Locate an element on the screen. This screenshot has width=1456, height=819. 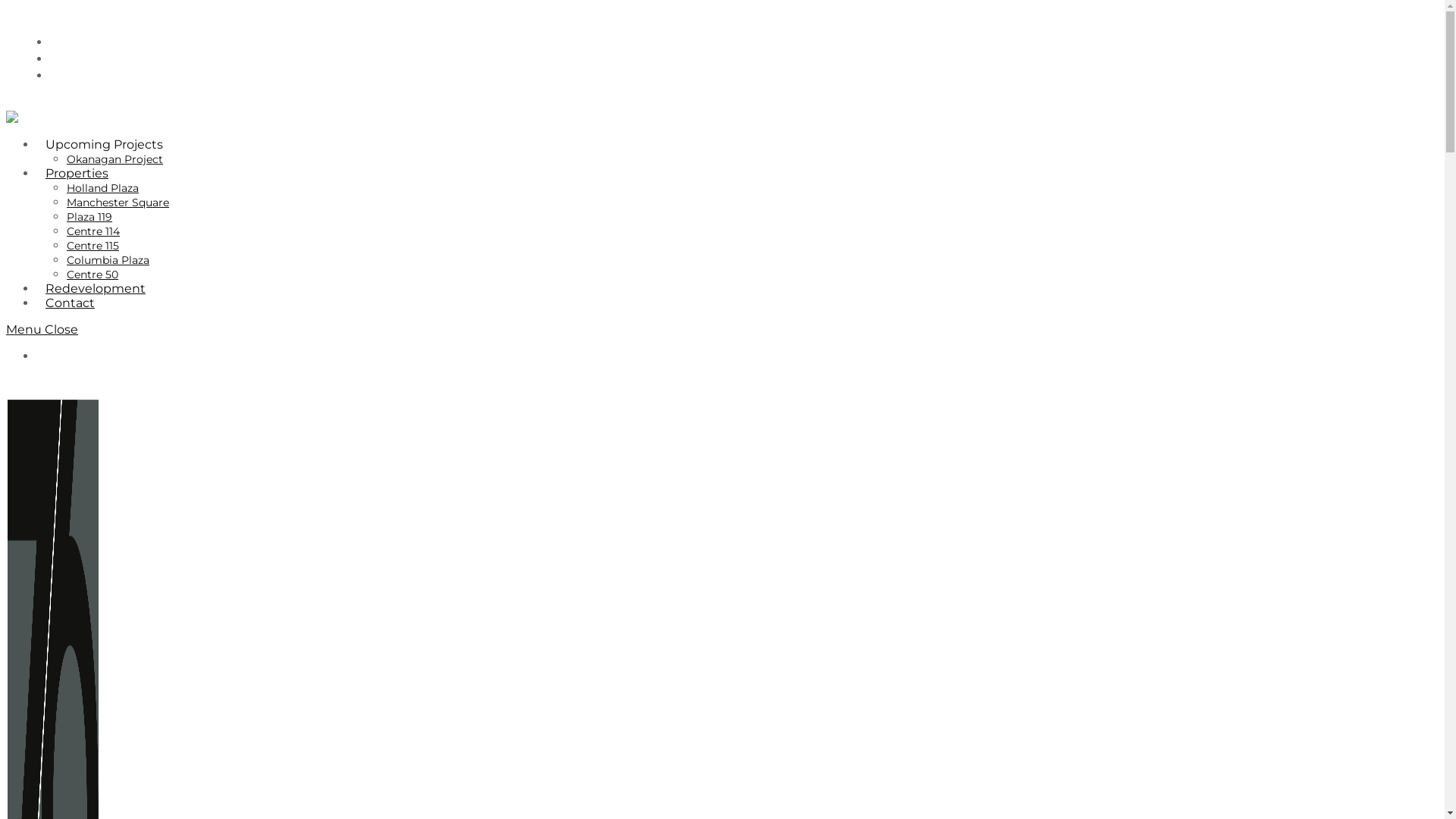
'Centre 50' is located at coordinates (91, 275).